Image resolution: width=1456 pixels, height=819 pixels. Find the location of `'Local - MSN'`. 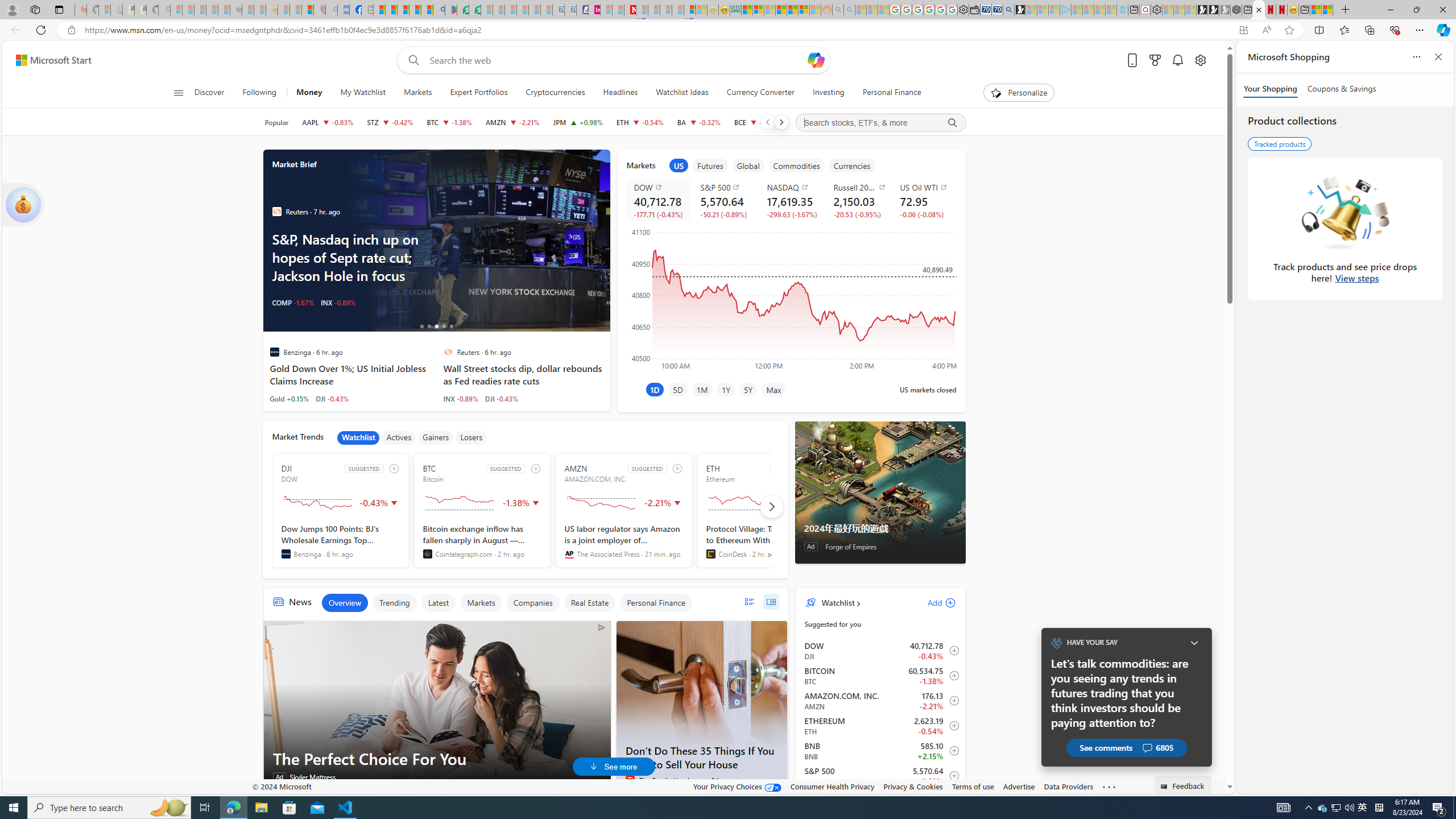

'Local - MSN' is located at coordinates (308, 9).